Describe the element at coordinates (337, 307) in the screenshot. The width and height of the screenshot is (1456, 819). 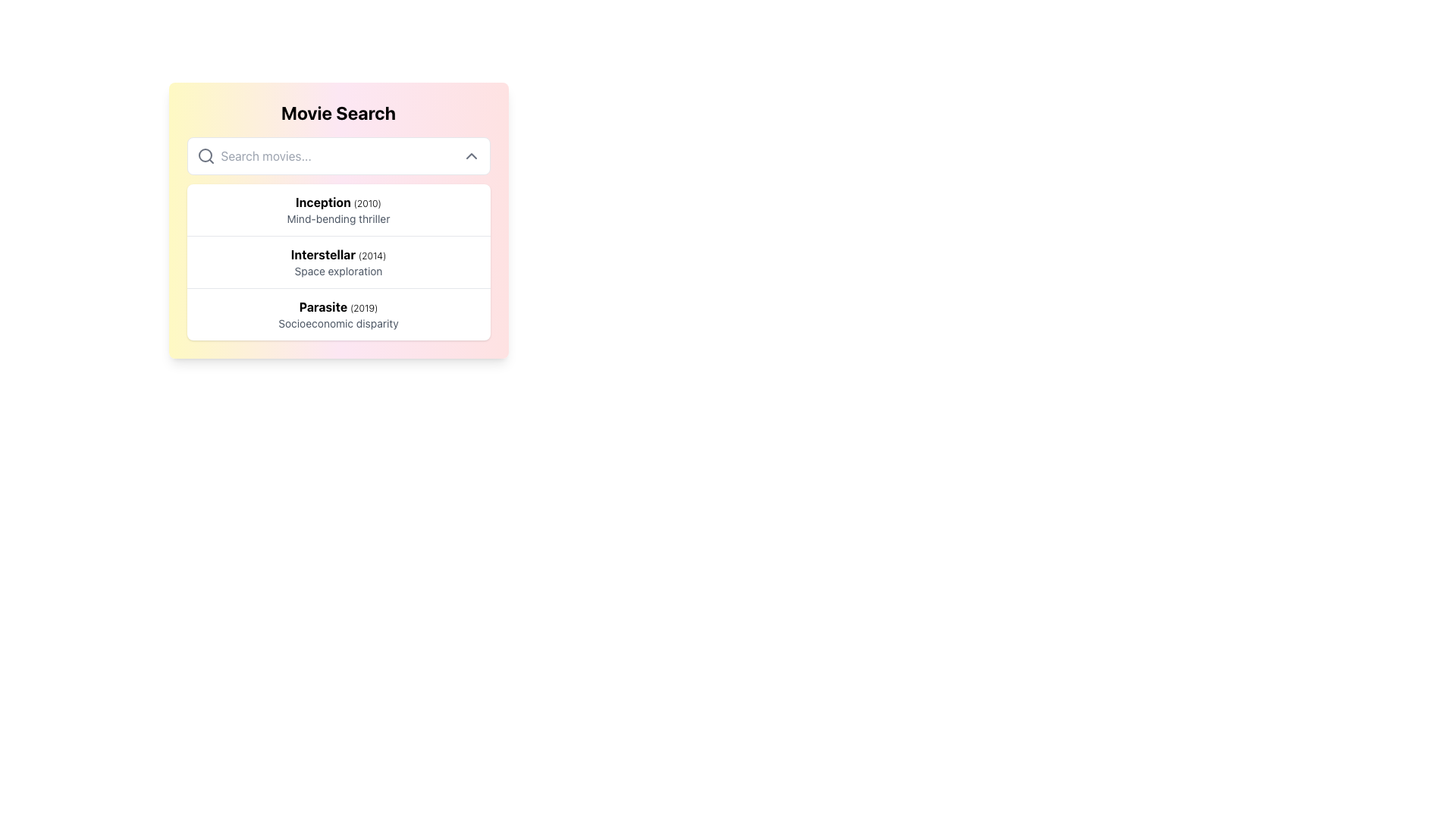
I see `the main title text for the movie 'Parasite' located at the top middle of the results list, which is positioned on the third line below 'Interstellar (2014)'` at that location.